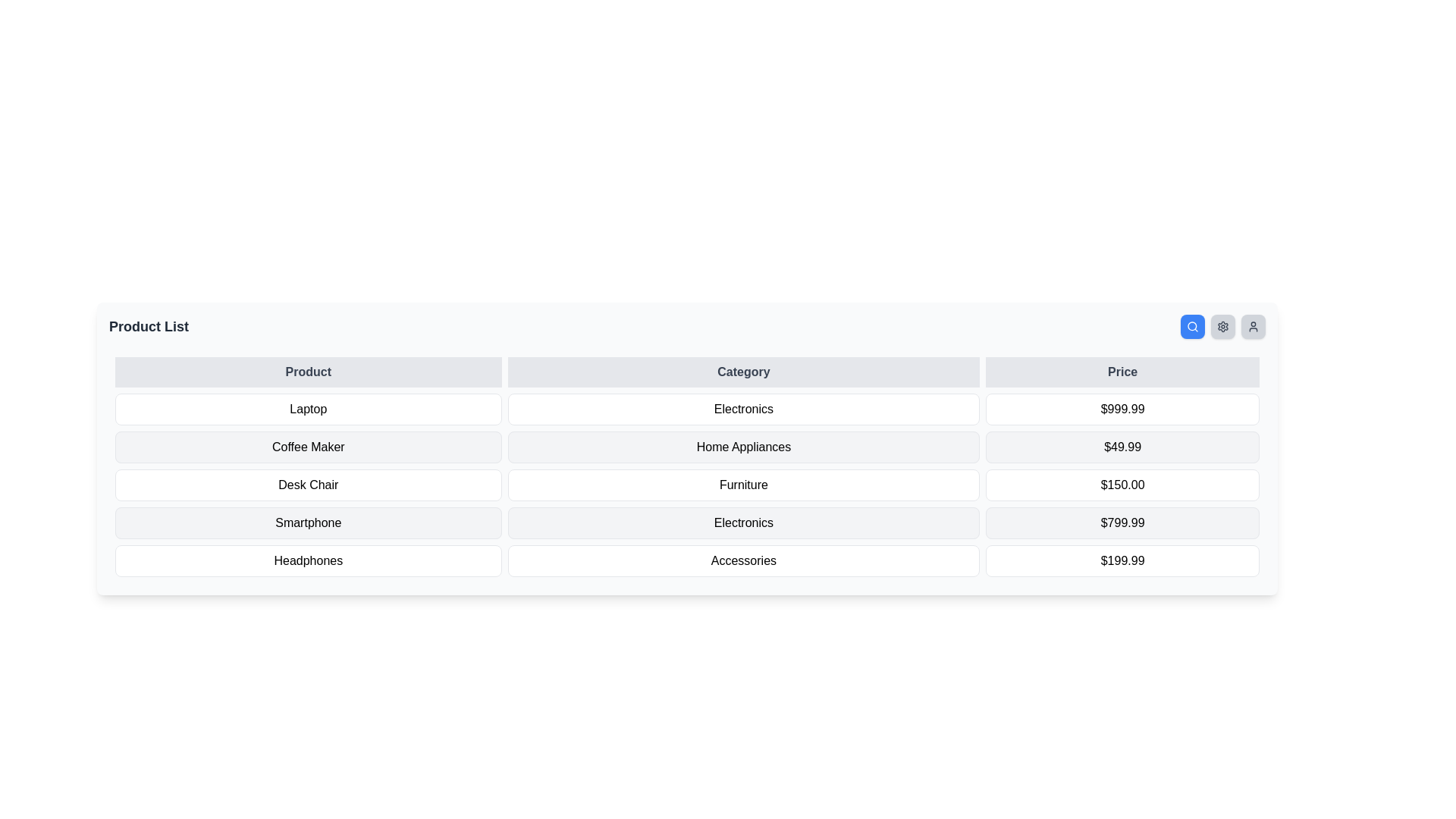 The width and height of the screenshot is (1456, 819). I want to click on the price display of the 'Coffee Maker' product in the second row of the table under the 'Price' column, so click(1122, 447).